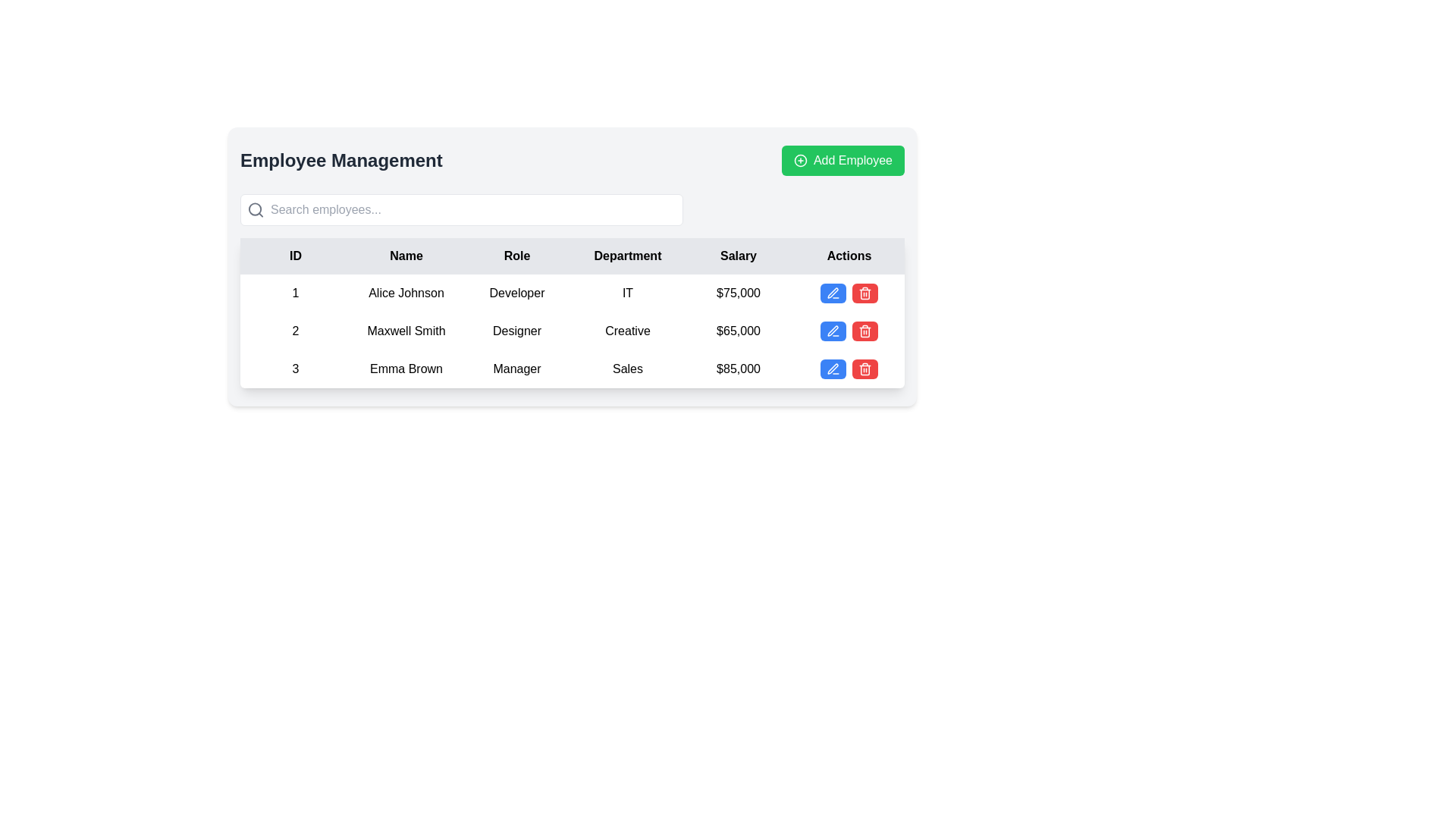 Image resolution: width=1456 pixels, height=819 pixels. Describe the element at coordinates (295, 293) in the screenshot. I see `the table cell containing the centered black number '1' in the first row under the 'ID' column` at that location.